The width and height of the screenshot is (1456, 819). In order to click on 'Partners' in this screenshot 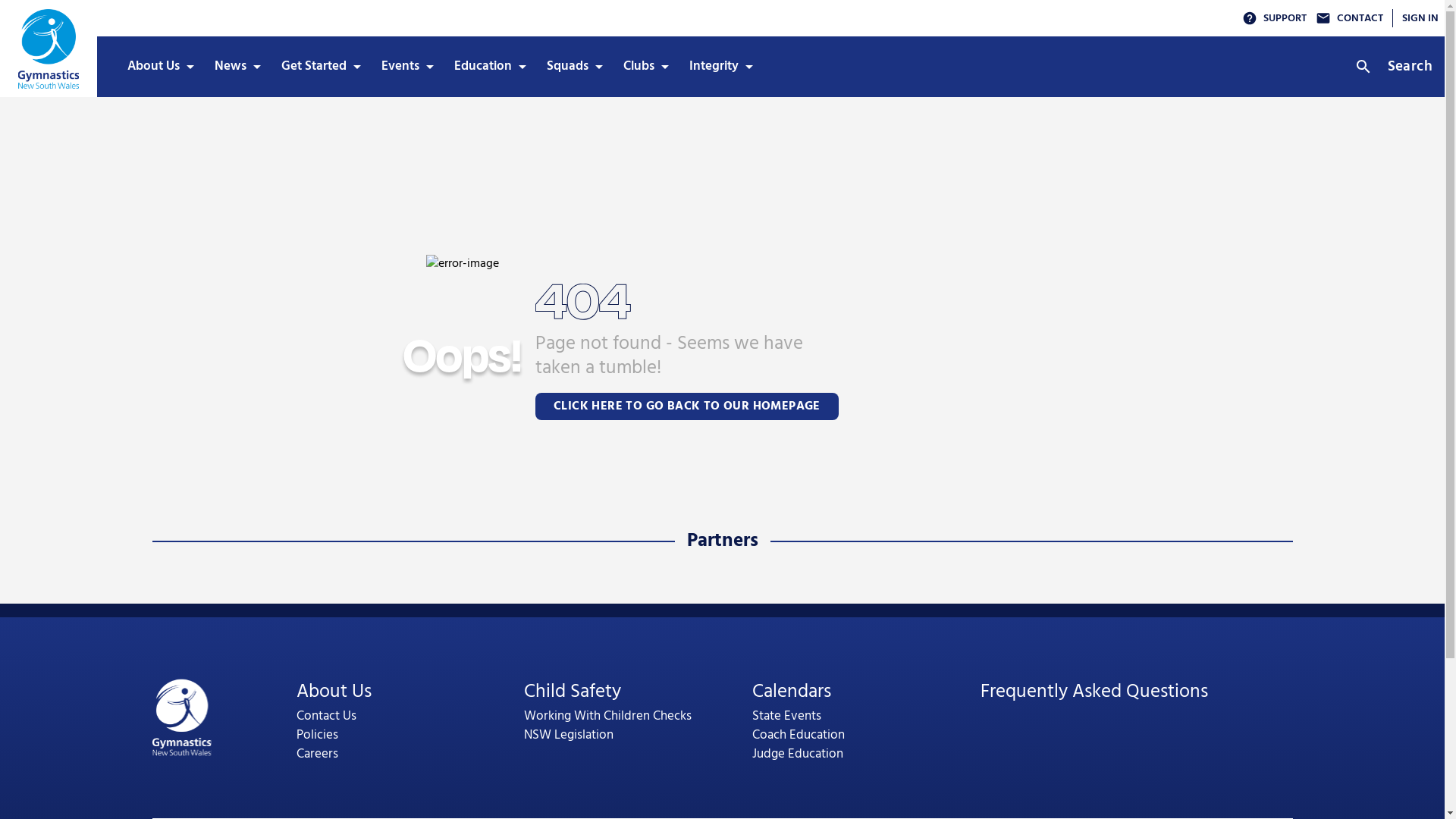, I will do `click(722, 540)`.